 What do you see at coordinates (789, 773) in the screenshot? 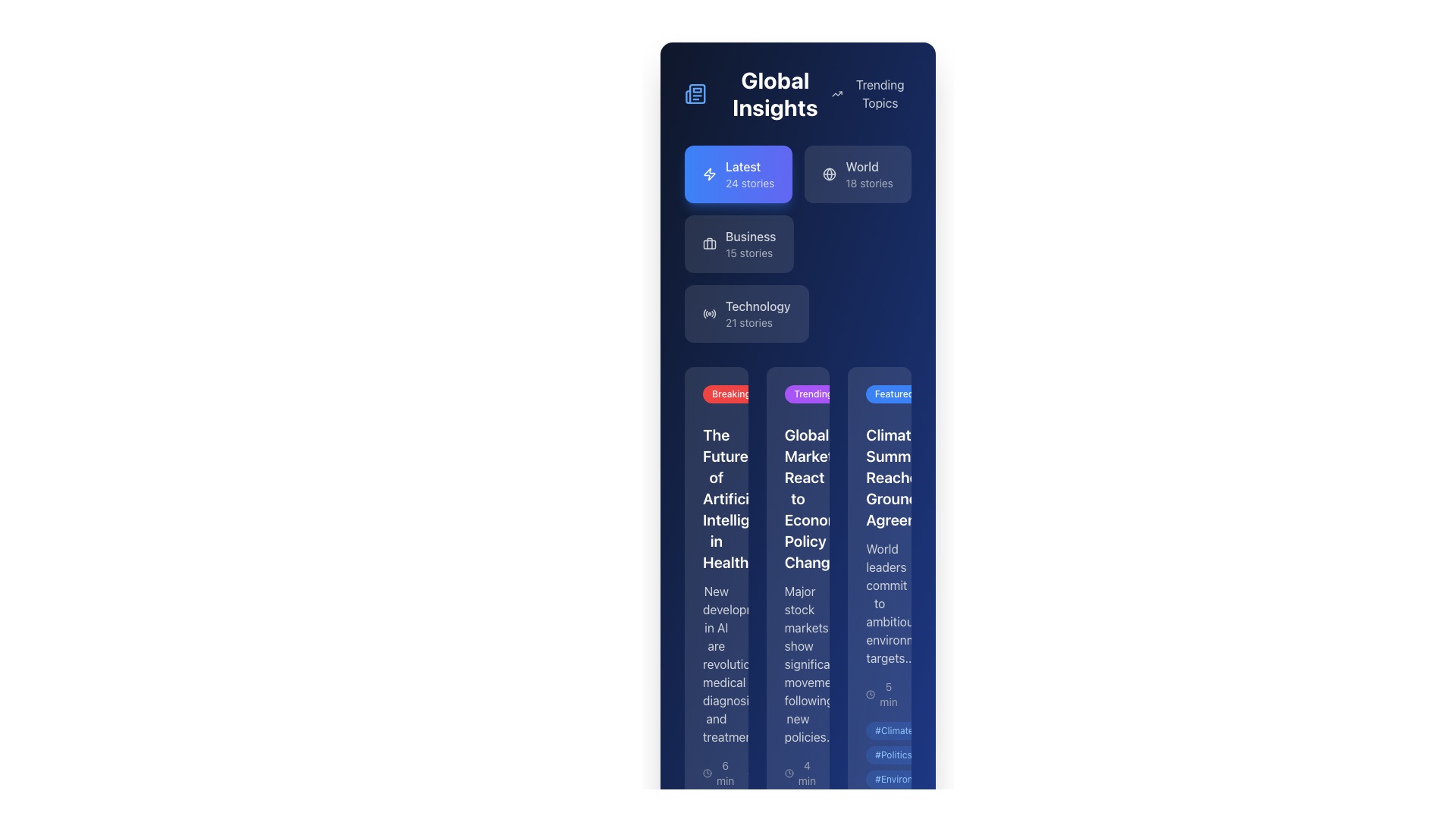
I see `information associated with the small clock icon representing a time indication, which is visually connected to the nearby text label '4 min'` at bounding box center [789, 773].